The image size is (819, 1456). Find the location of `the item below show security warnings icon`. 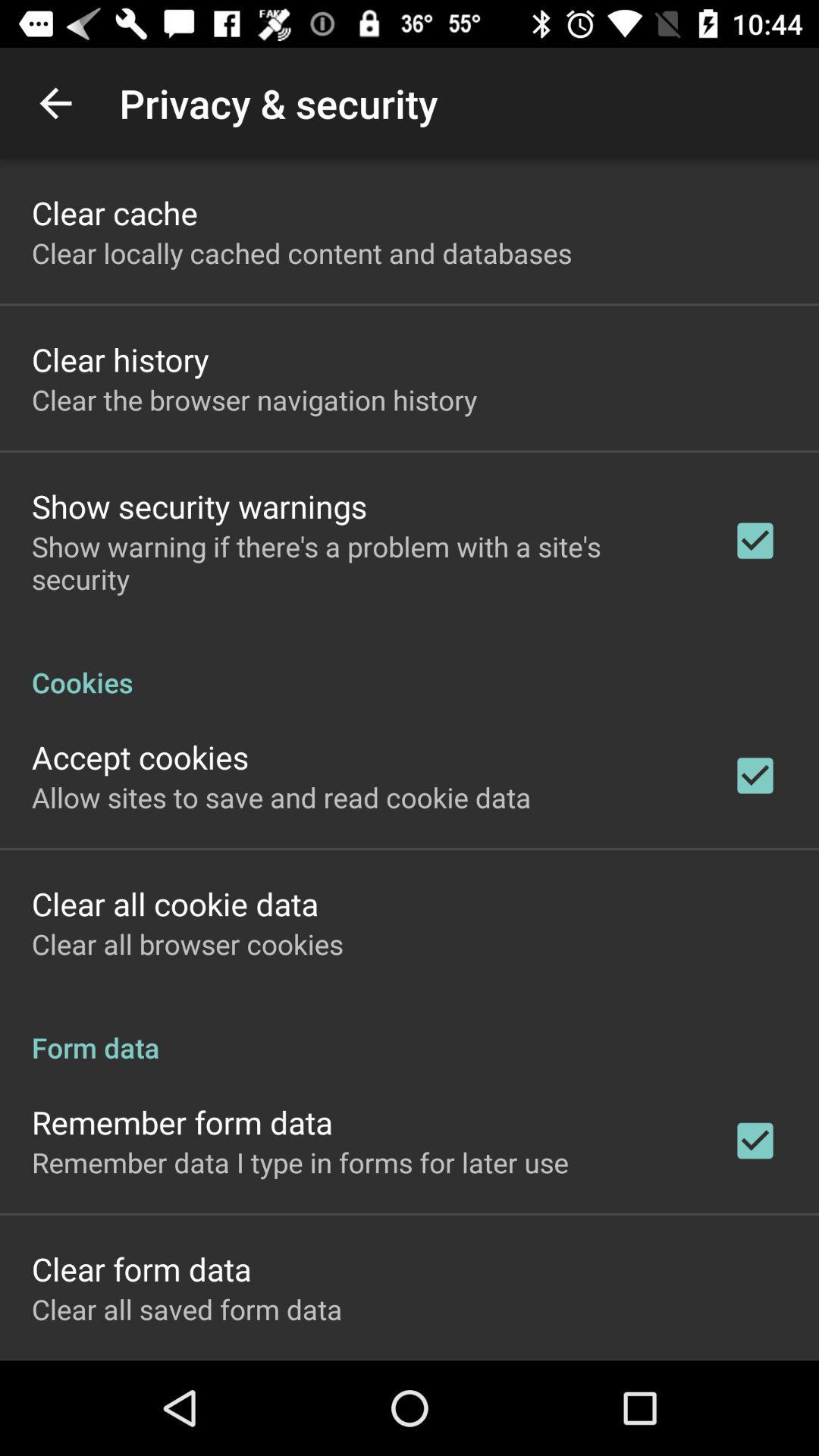

the item below show security warnings icon is located at coordinates (362, 562).